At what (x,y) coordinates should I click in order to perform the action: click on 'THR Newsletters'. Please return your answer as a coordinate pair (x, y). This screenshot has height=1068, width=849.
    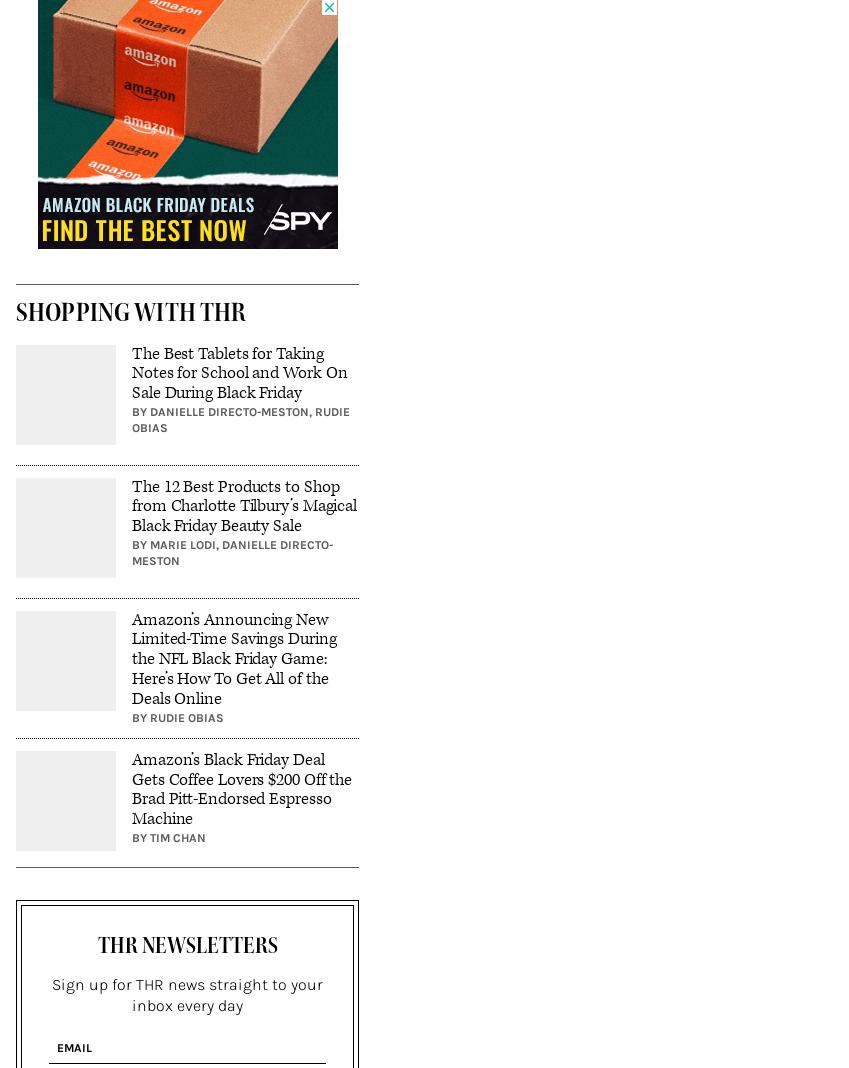
    Looking at the image, I should click on (187, 944).